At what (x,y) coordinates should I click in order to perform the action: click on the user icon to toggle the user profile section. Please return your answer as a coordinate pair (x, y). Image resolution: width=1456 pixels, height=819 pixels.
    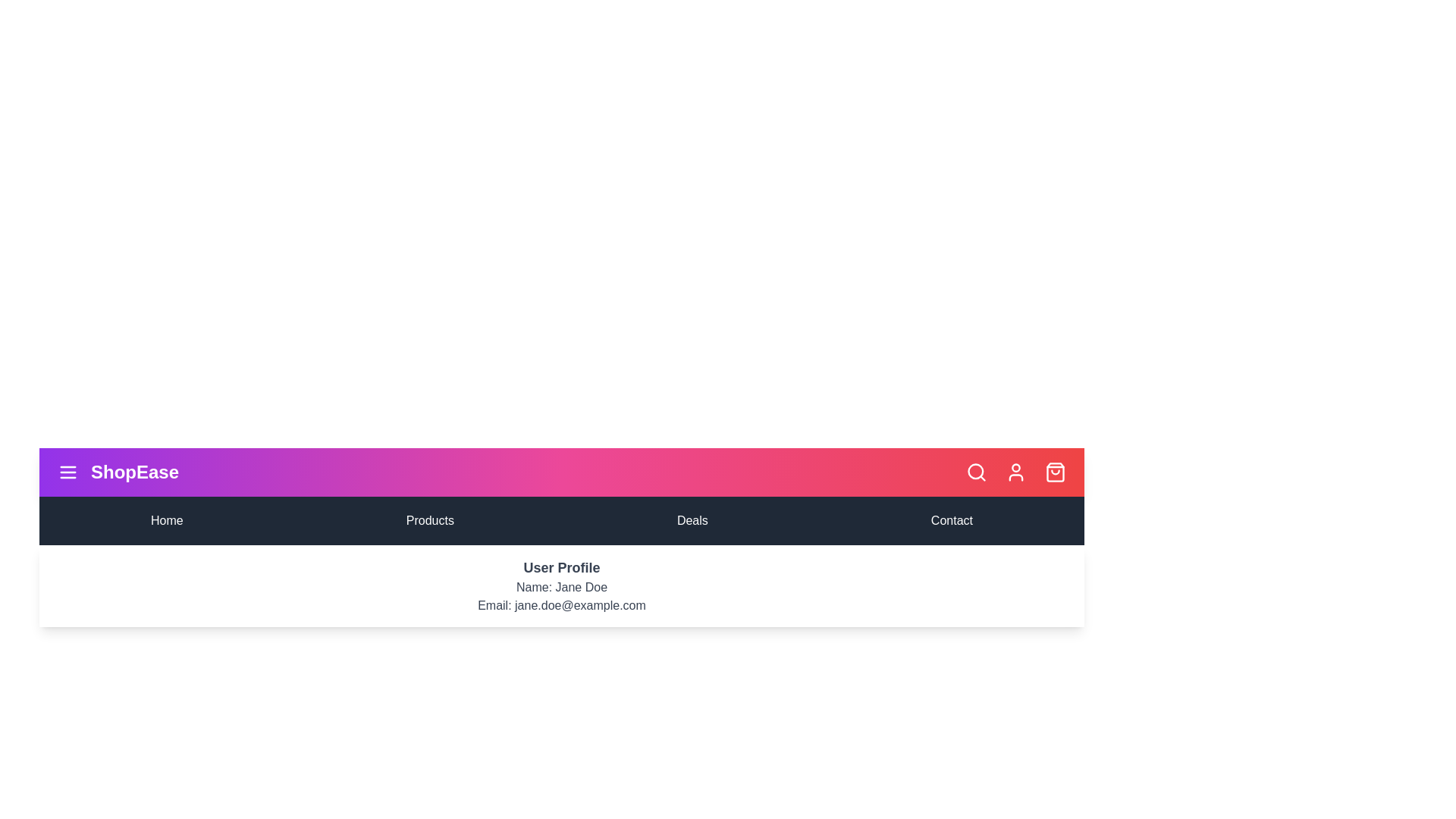
    Looking at the image, I should click on (1015, 472).